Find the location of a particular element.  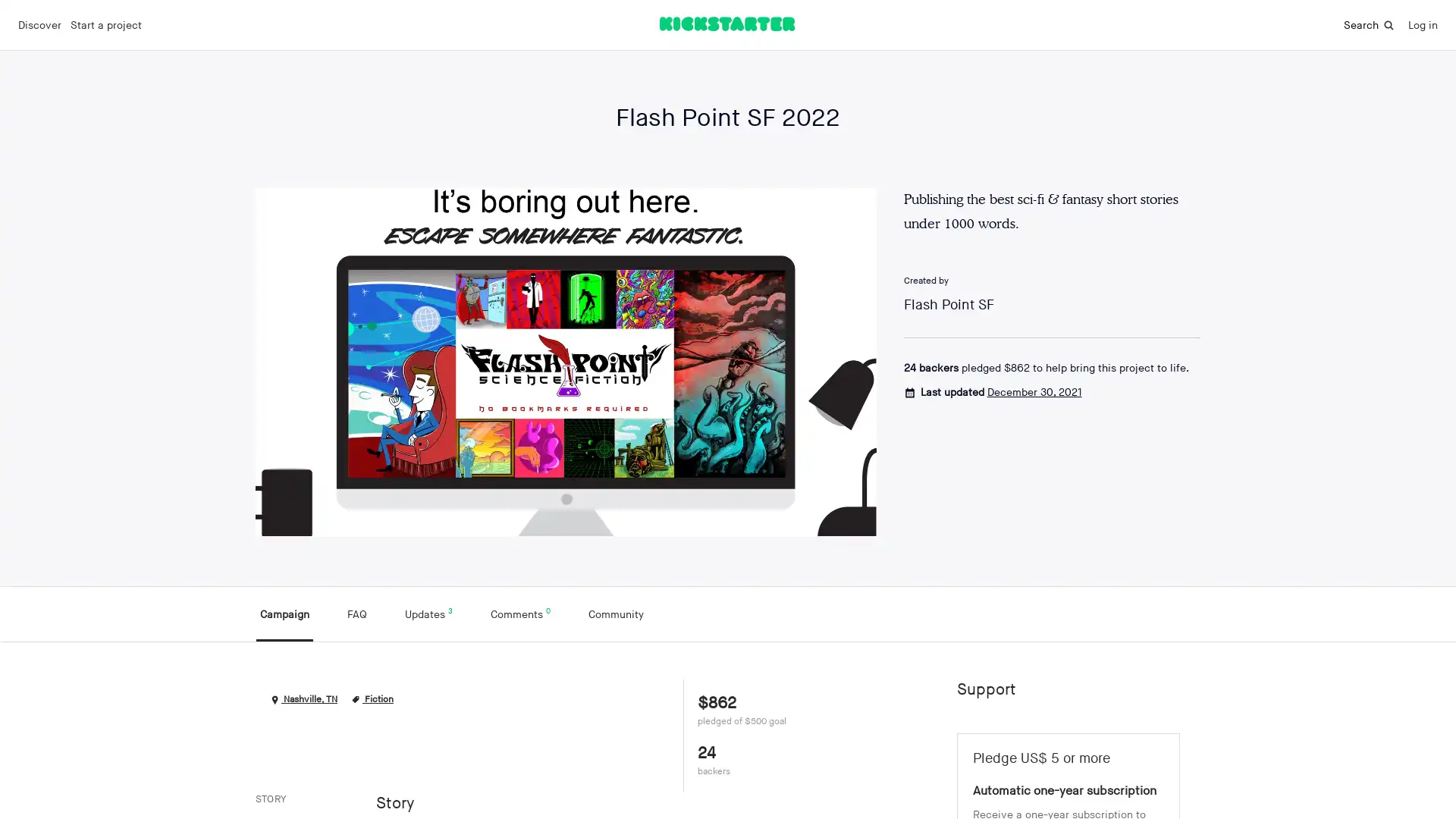

Save is located at coordinates (1169, 666).